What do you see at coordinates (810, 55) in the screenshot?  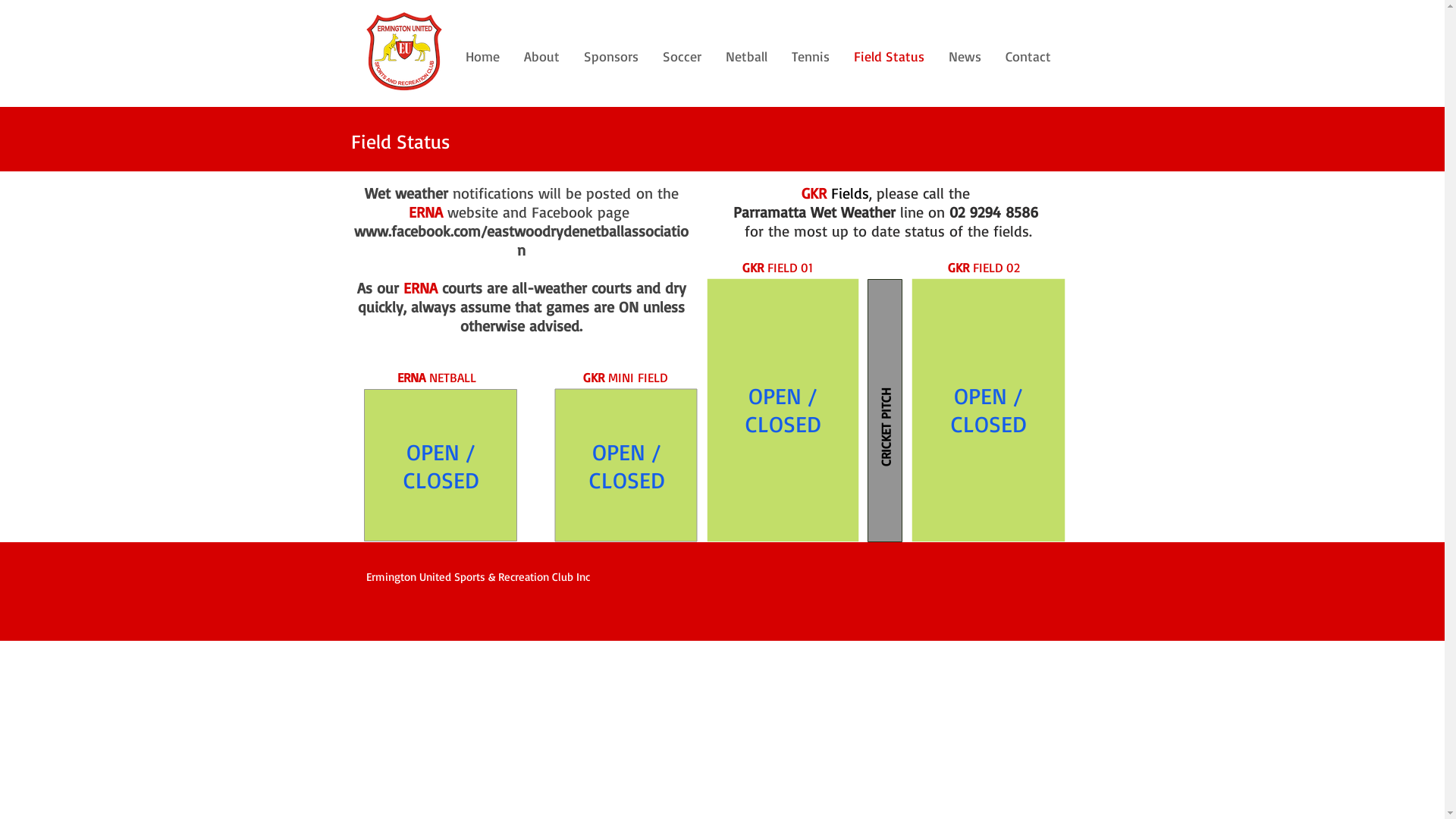 I see `'Tennis'` at bounding box center [810, 55].